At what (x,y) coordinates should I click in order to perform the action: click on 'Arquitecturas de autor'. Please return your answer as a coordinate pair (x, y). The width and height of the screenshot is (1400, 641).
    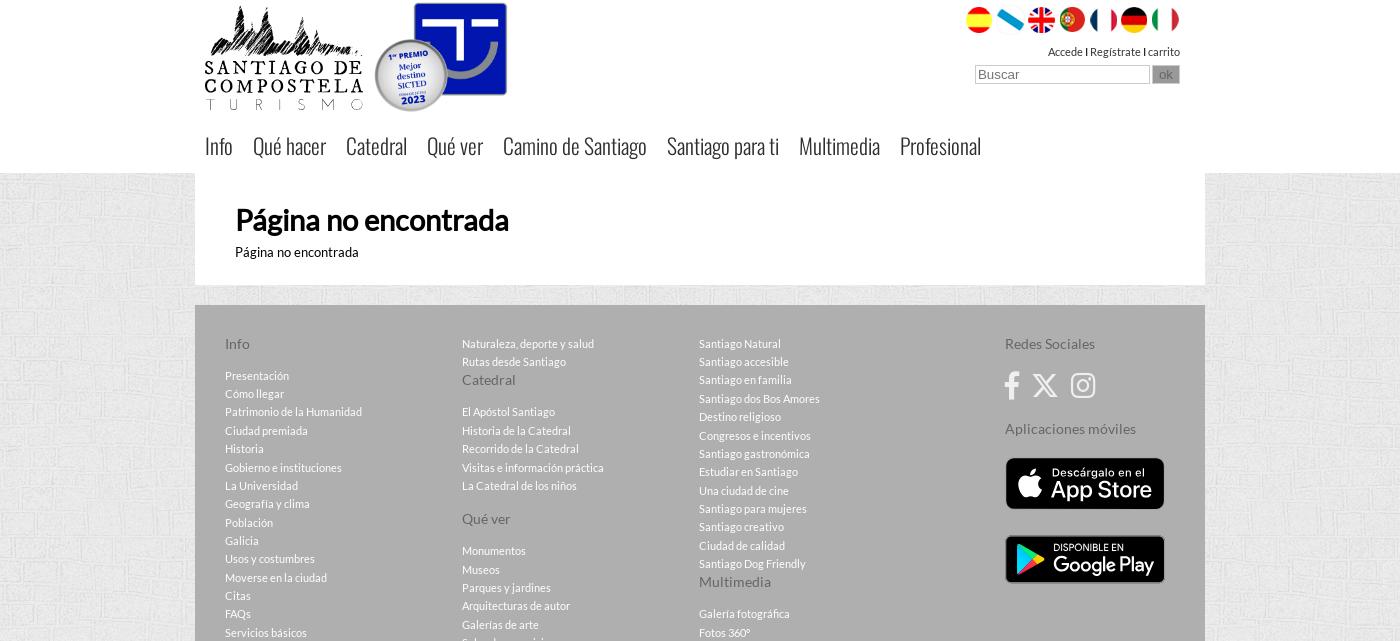
    Looking at the image, I should click on (516, 604).